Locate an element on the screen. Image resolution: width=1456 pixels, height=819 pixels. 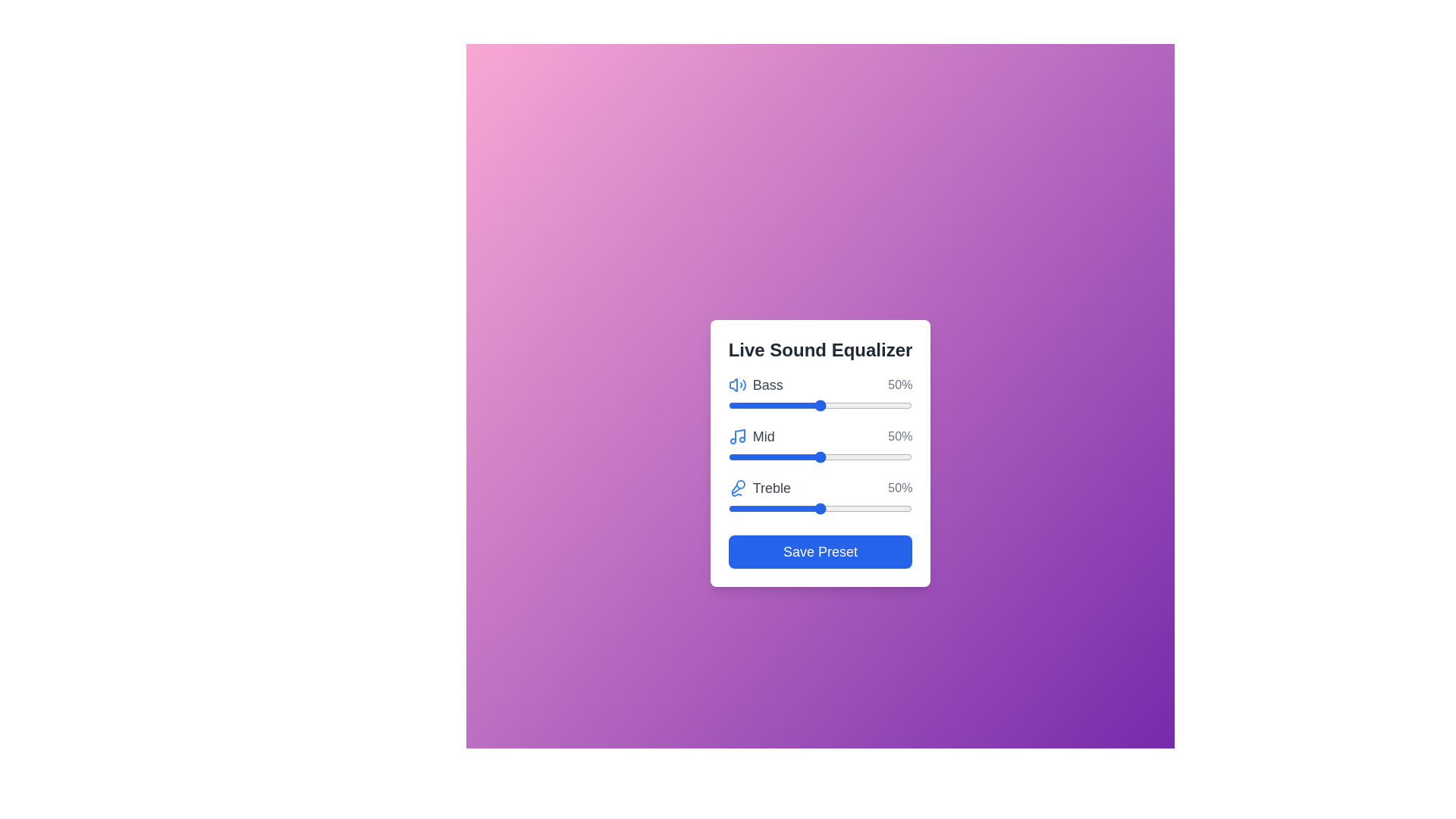
the 'Mid' slider to 97% is located at coordinates (907, 456).